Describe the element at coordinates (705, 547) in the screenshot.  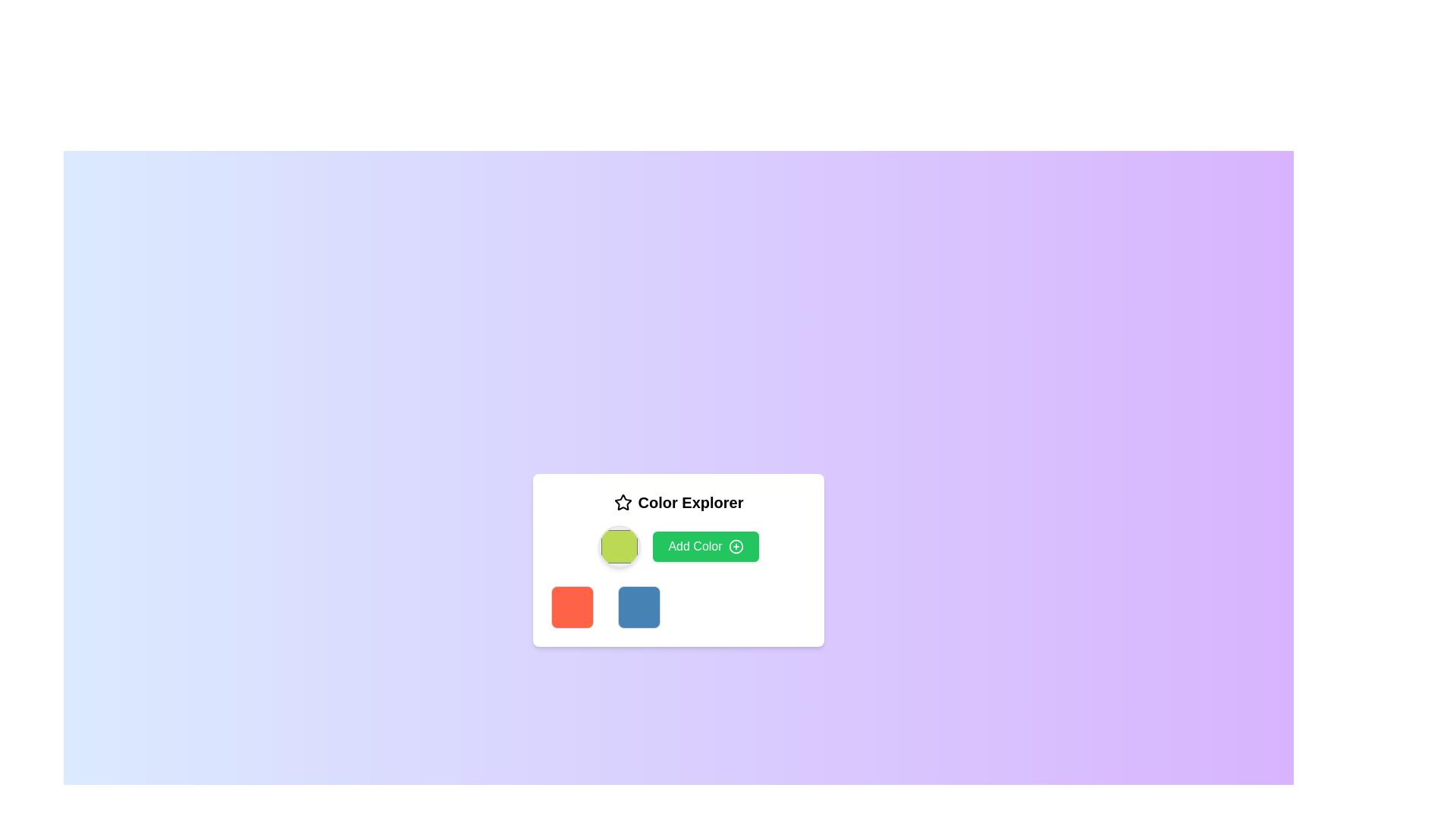
I see `the 'Add Color' button` at that location.